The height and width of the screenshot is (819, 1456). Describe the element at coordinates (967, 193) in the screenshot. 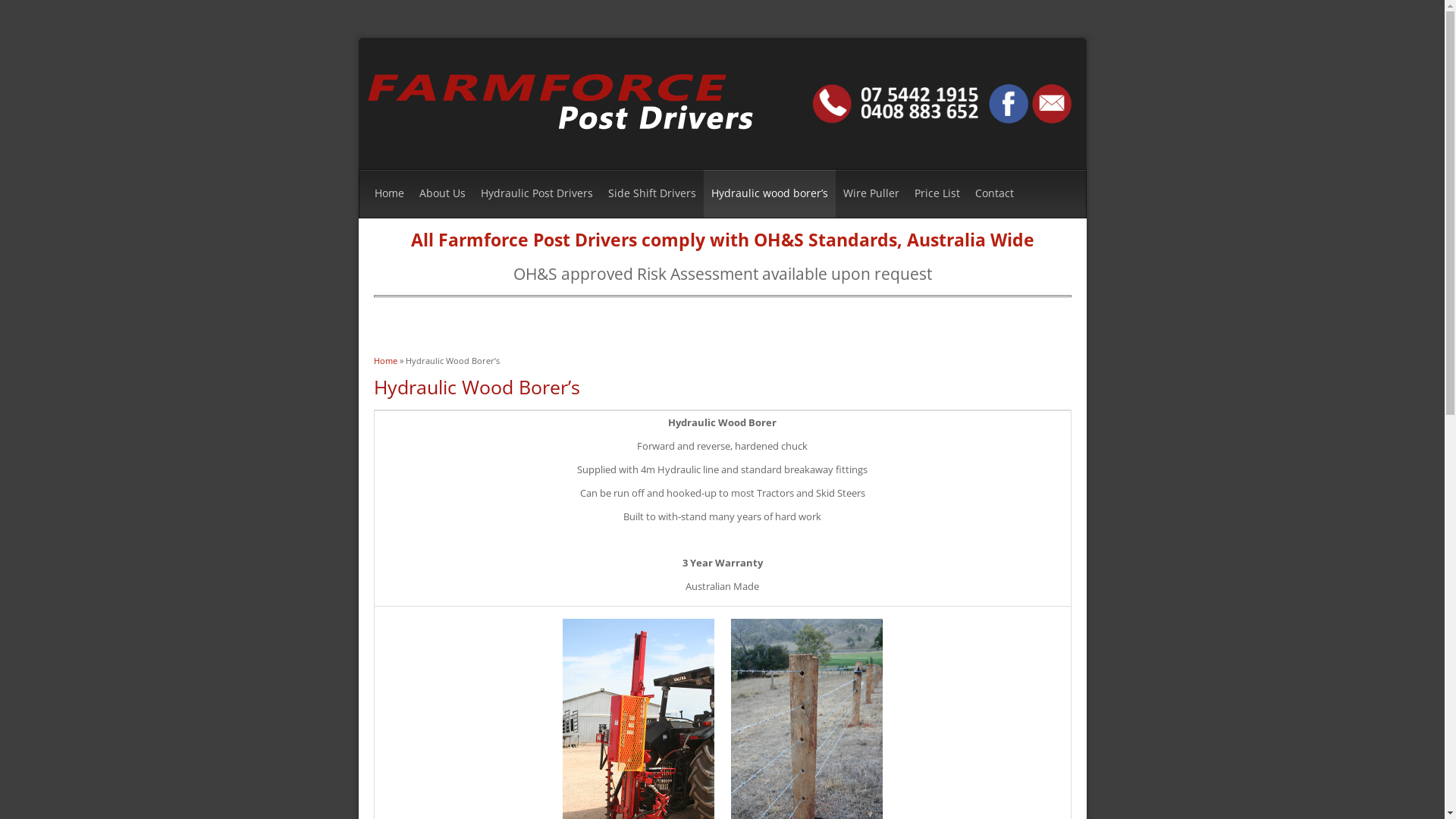

I see `'Contact'` at that location.